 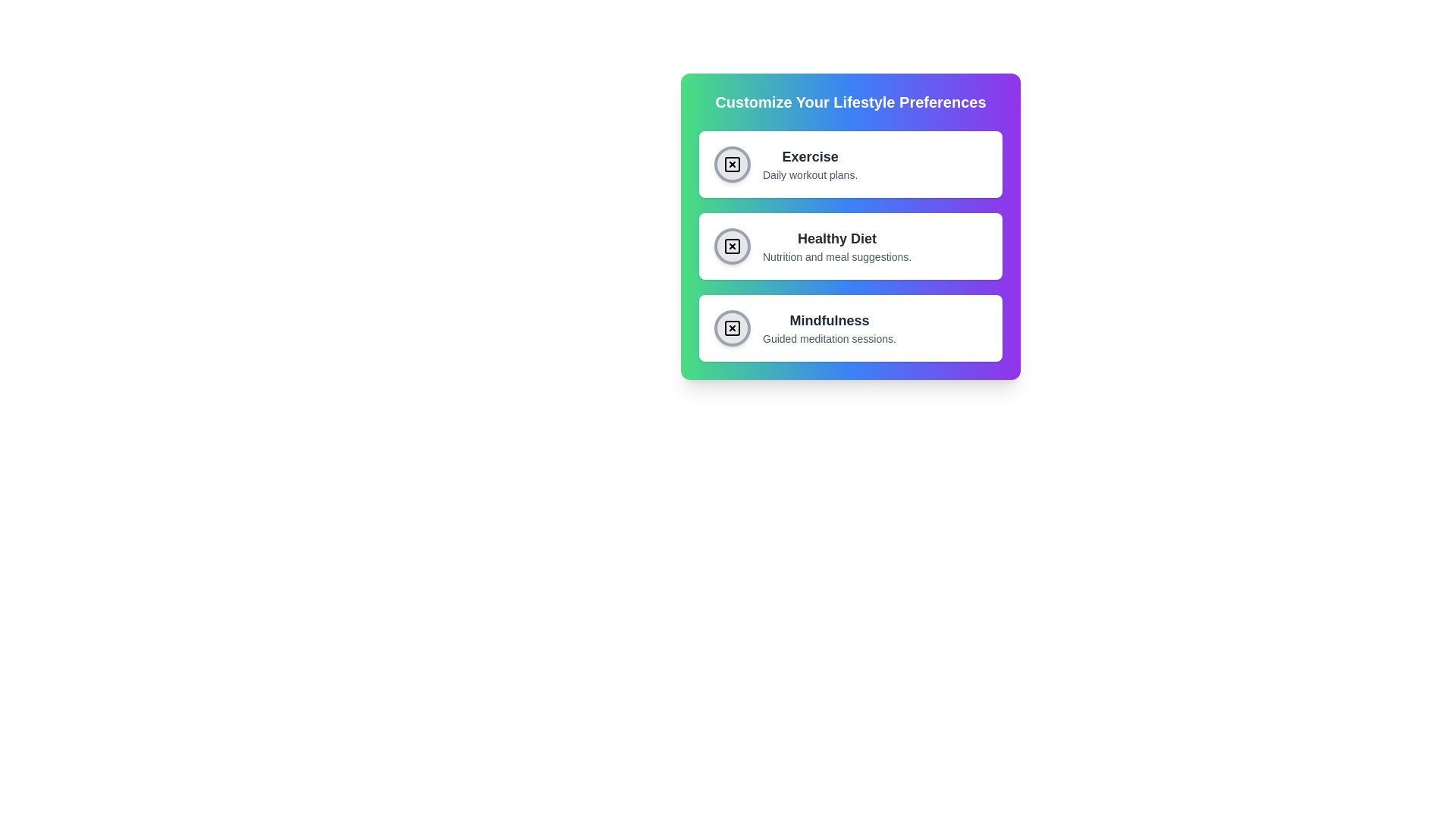 What do you see at coordinates (732, 327) in the screenshot?
I see `the background shape of the 'X' icon in the 'Mindfulness' section, which is the third icon in the list, to enhance visibility against the interface backdrop` at bounding box center [732, 327].